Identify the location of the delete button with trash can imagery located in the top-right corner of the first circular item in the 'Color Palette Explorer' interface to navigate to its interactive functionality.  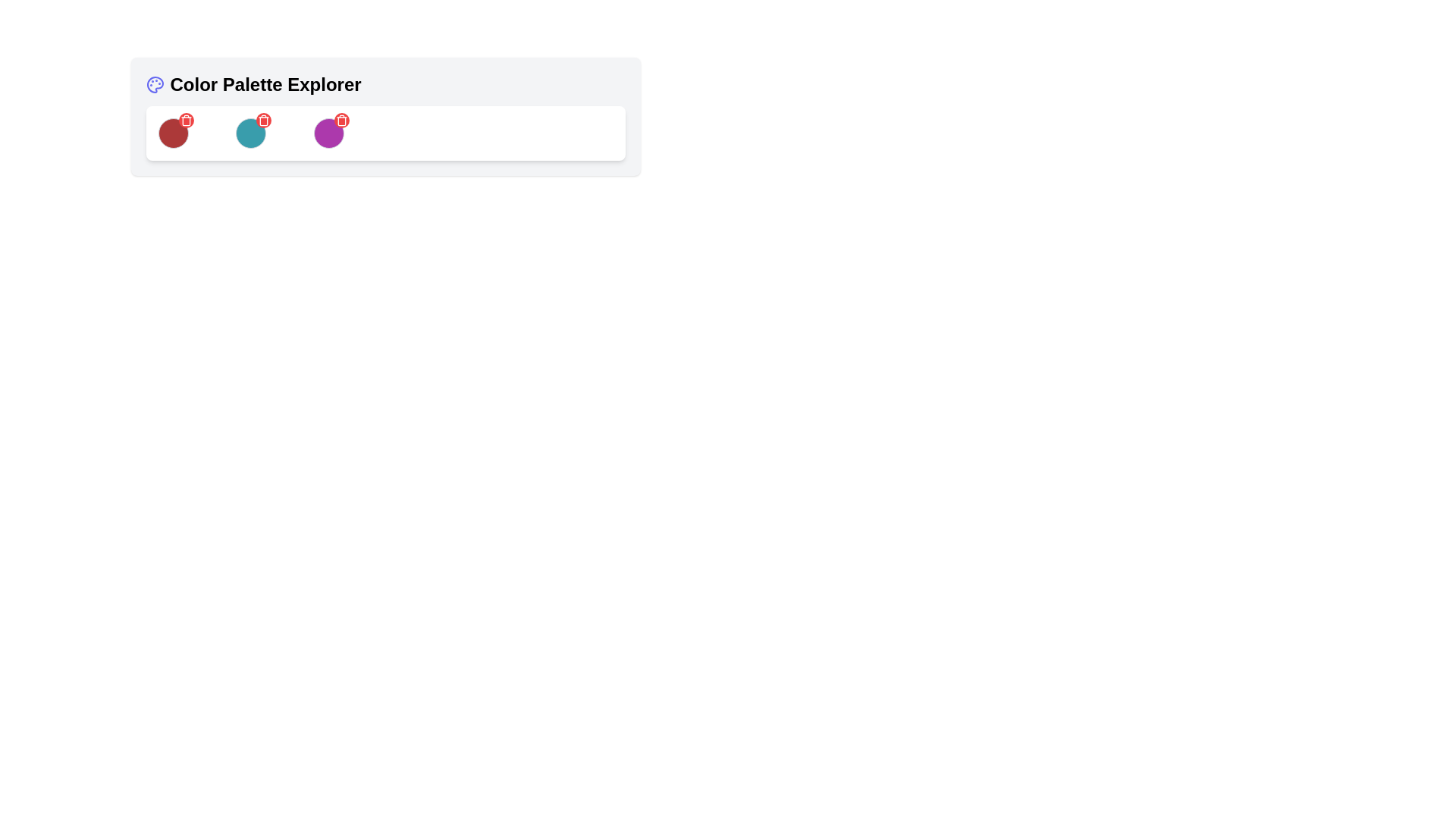
(185, 119).